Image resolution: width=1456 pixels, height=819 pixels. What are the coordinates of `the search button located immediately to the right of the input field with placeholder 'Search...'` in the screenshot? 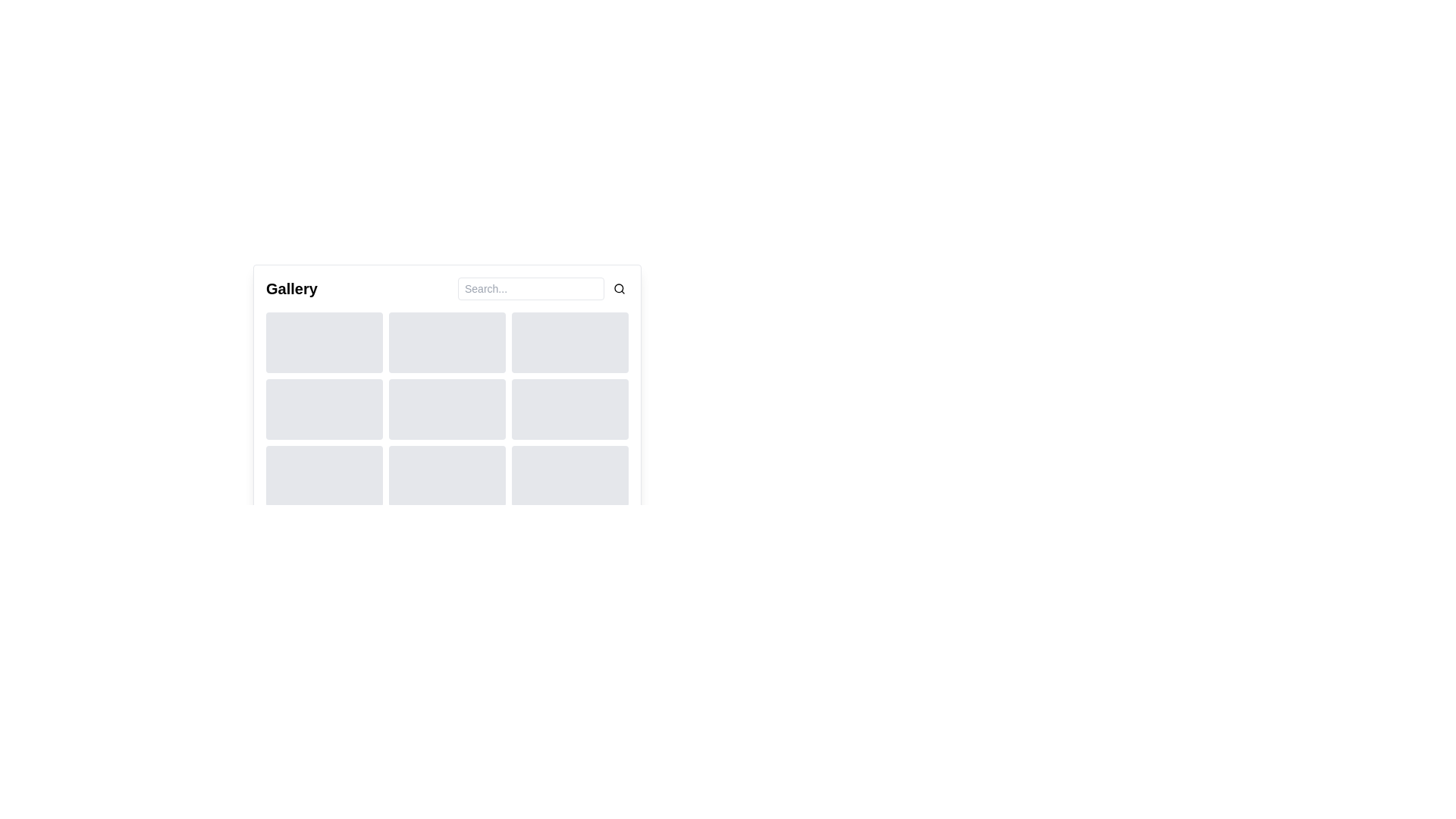 It's located at (619, 289).